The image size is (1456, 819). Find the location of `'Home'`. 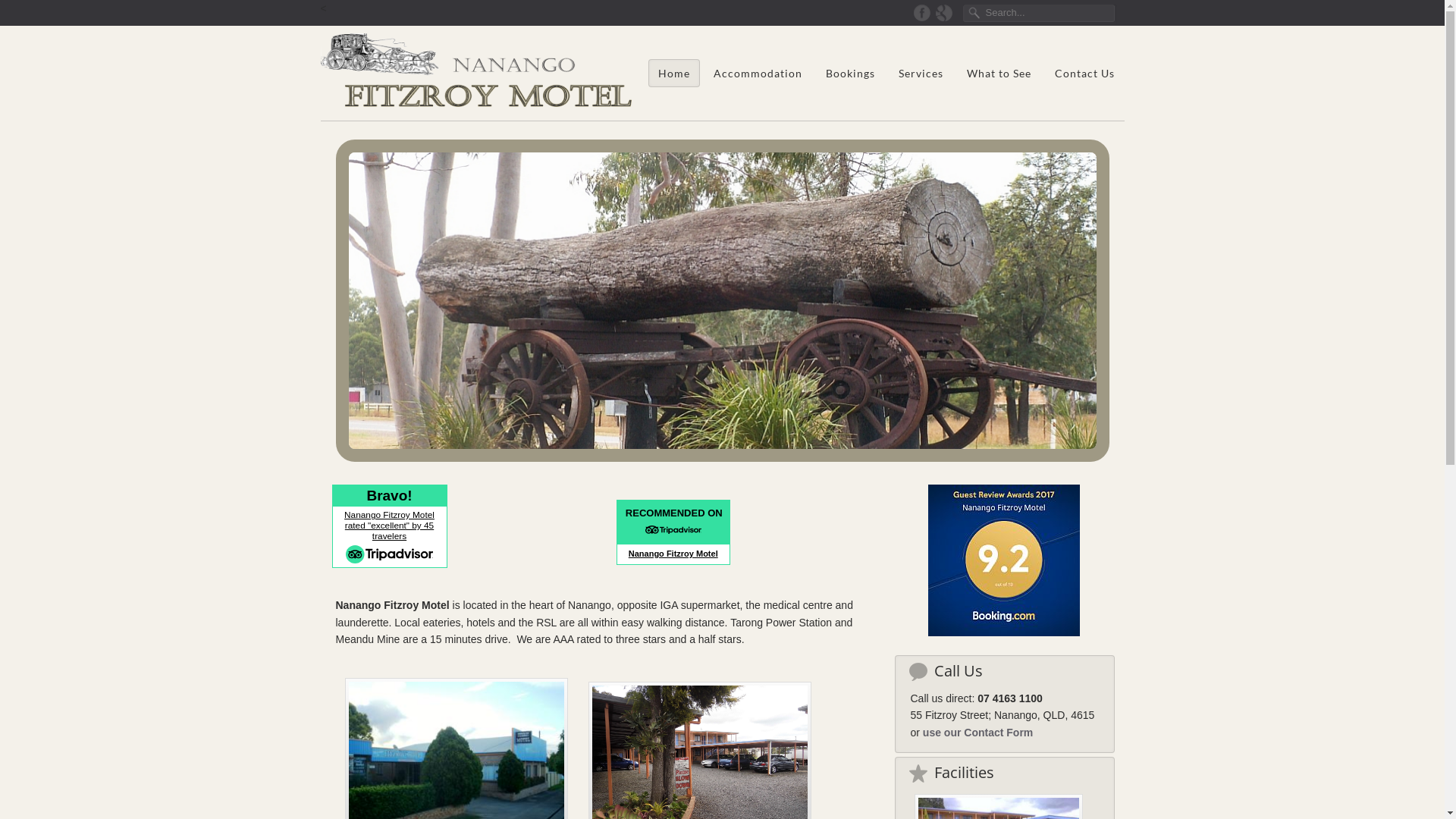

'Home' is located at coordinates (673, 73).